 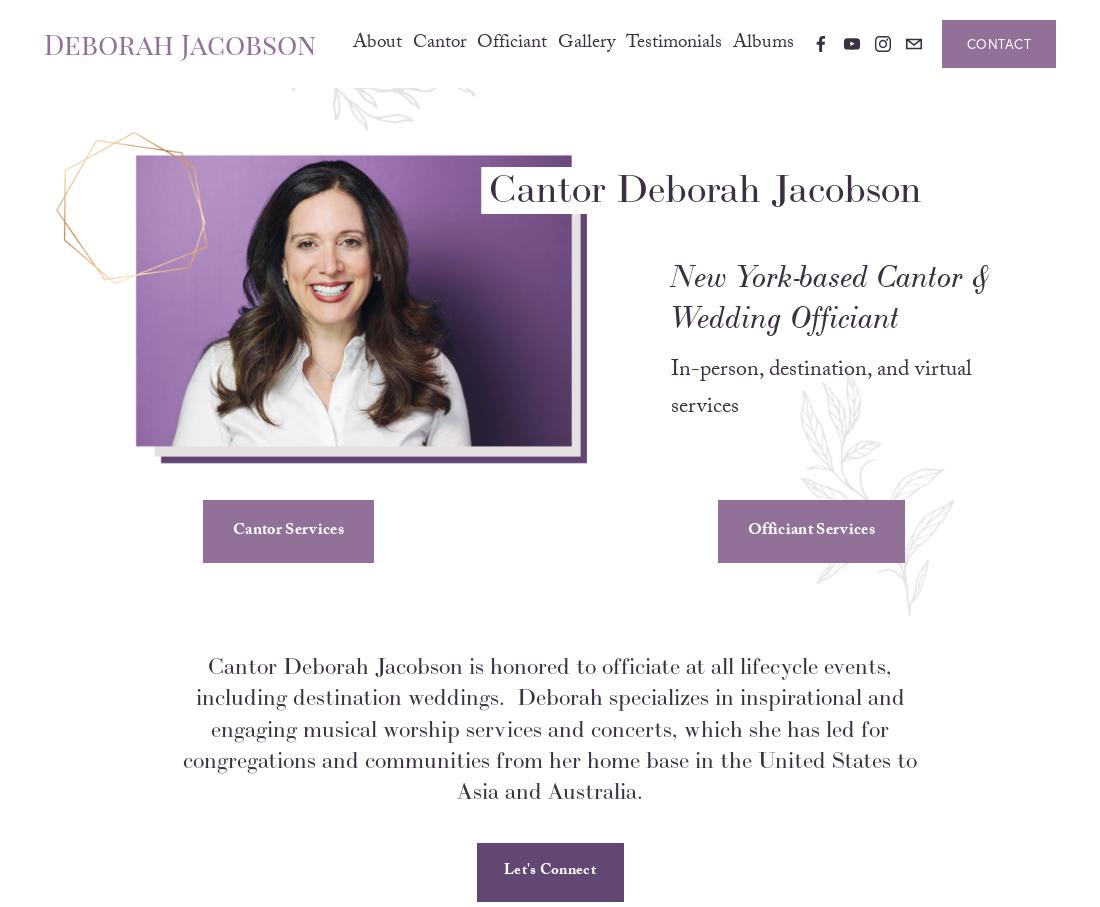 What do you see at coordinates (833, 323) in the screenshot?
I see `'New York-based Cantor & Wedding Officiant'` at bounding box center [833, 323].